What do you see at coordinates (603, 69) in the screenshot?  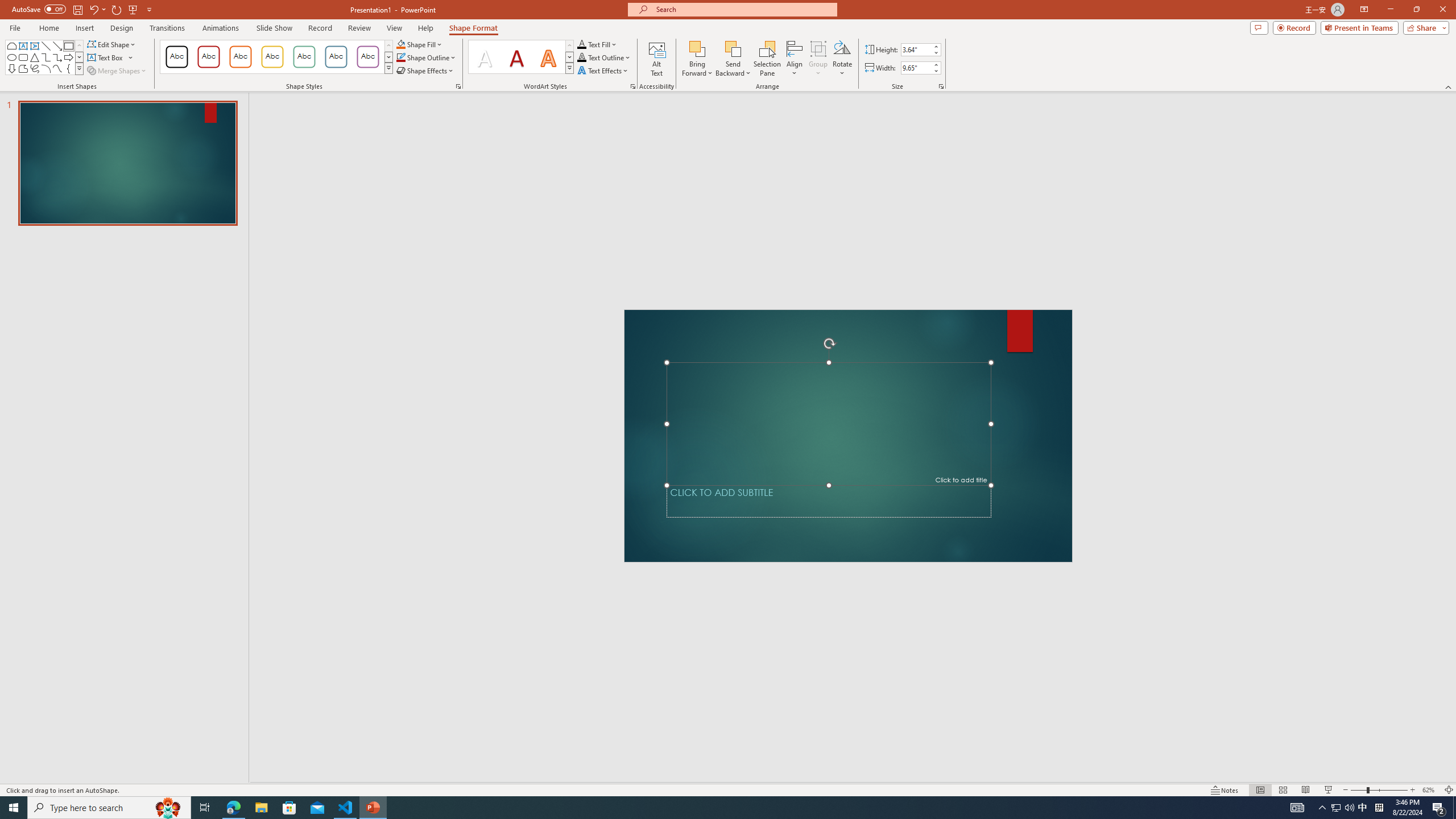 I see `'Text Effects'` at bounding box center [603, 69].